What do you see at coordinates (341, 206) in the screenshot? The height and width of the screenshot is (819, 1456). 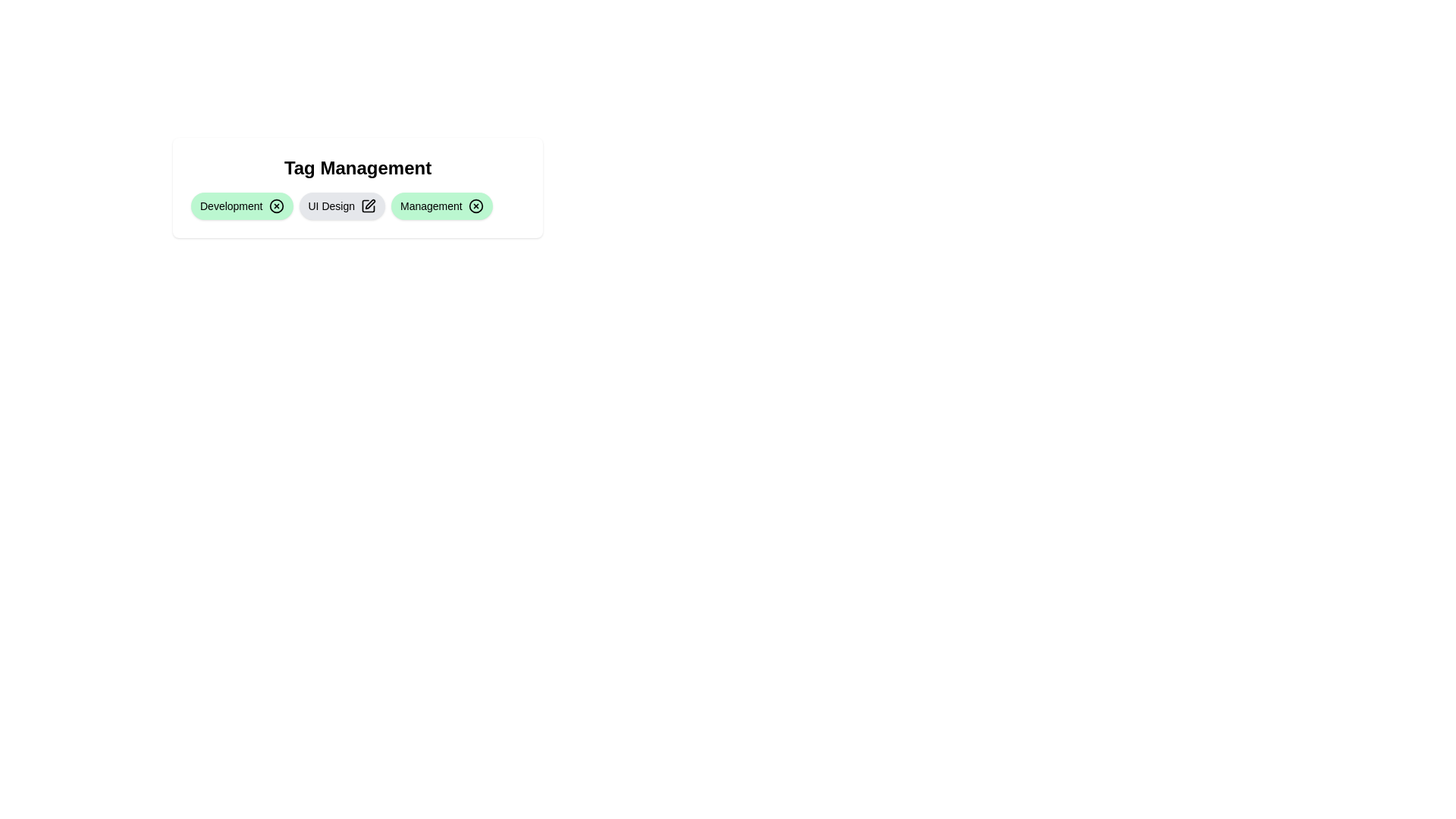 I see `the tag labeled UI Design` at bounding box center [341, 206].